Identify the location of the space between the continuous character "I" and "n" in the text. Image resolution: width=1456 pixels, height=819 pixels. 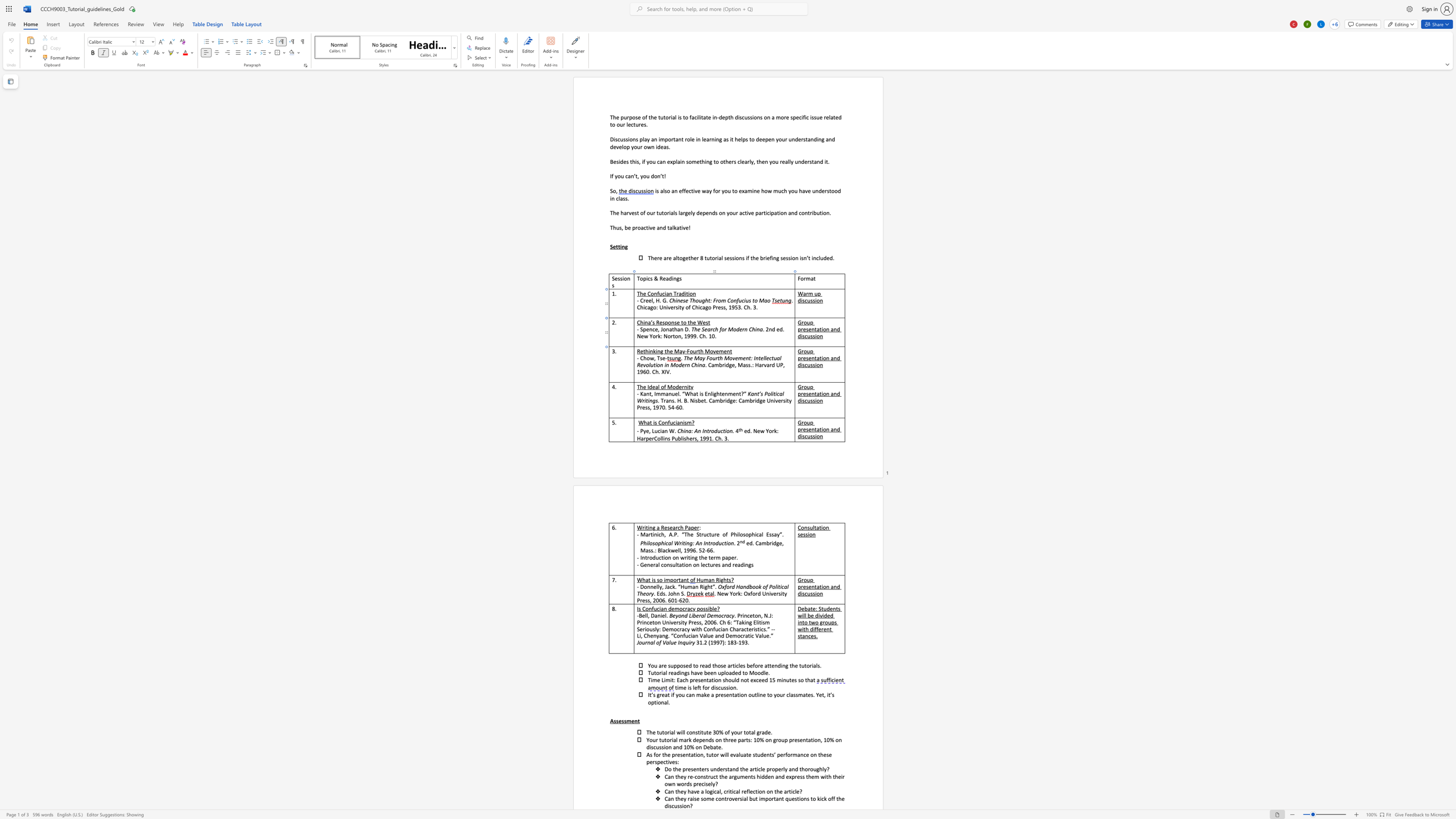
(755, 358).